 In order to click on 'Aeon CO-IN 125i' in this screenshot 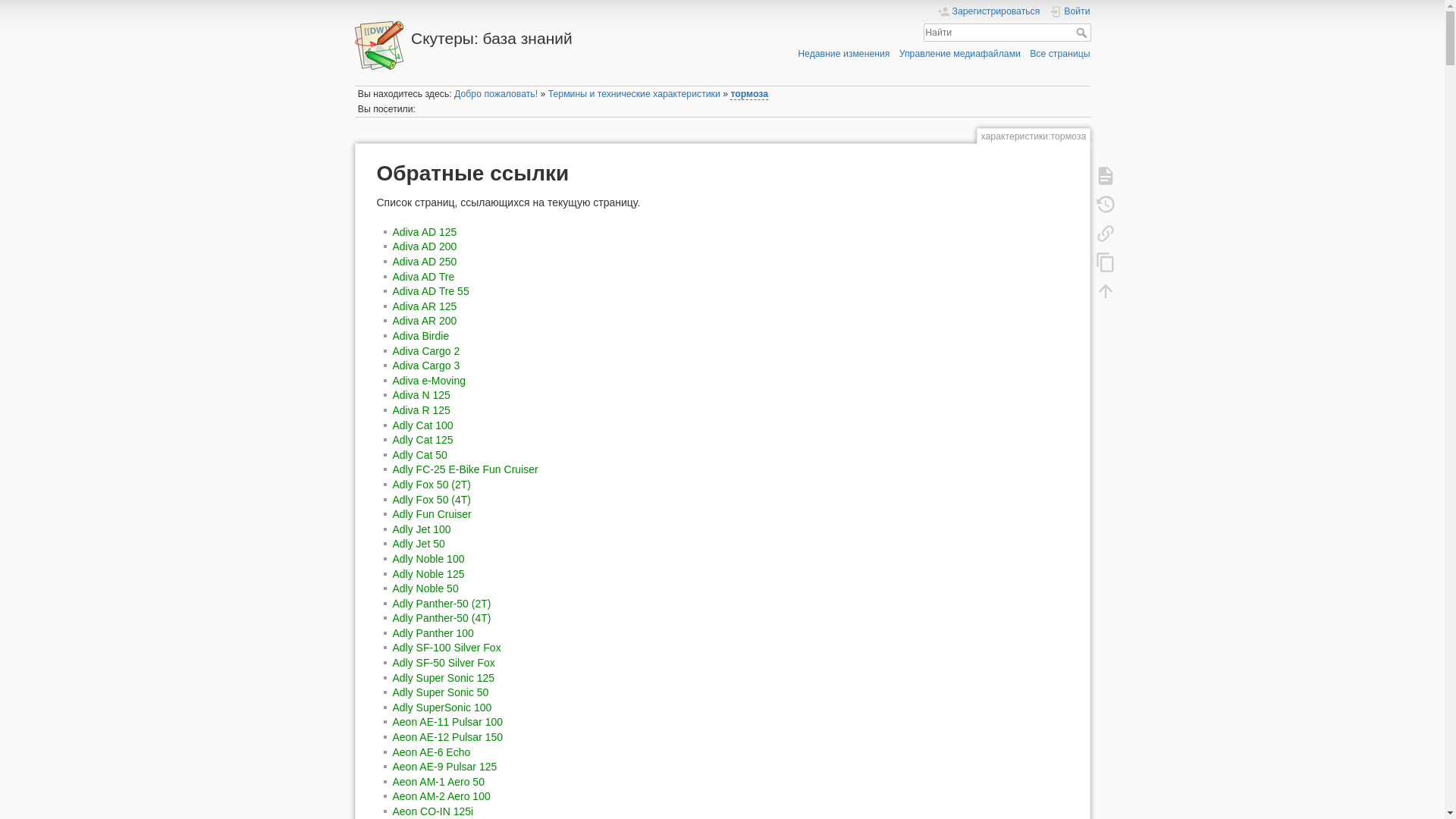, I will do `click(432, 810)`.